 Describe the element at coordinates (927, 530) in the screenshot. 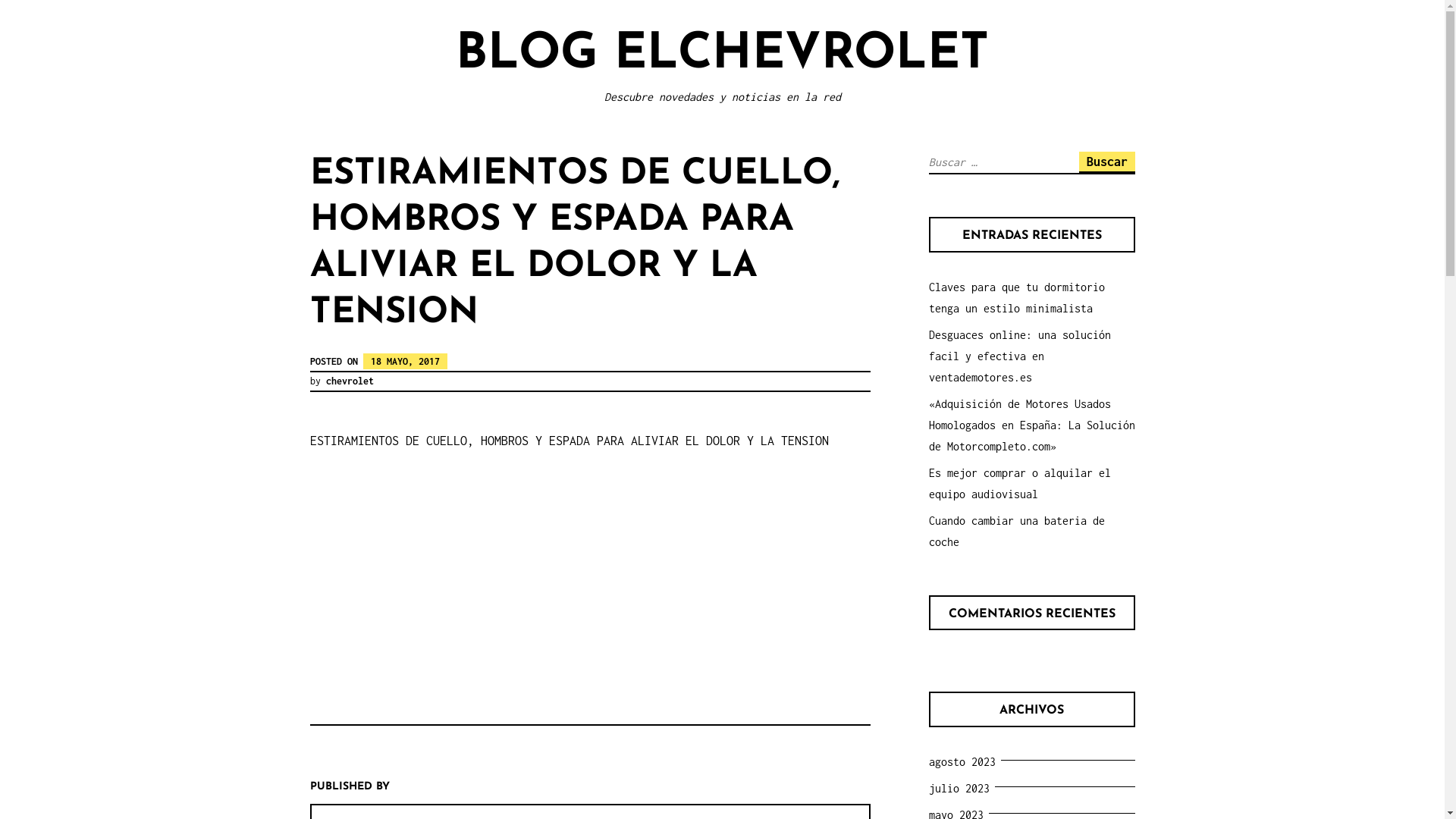

I see `'Cuando cambiar una bateria de coche'` at that location.